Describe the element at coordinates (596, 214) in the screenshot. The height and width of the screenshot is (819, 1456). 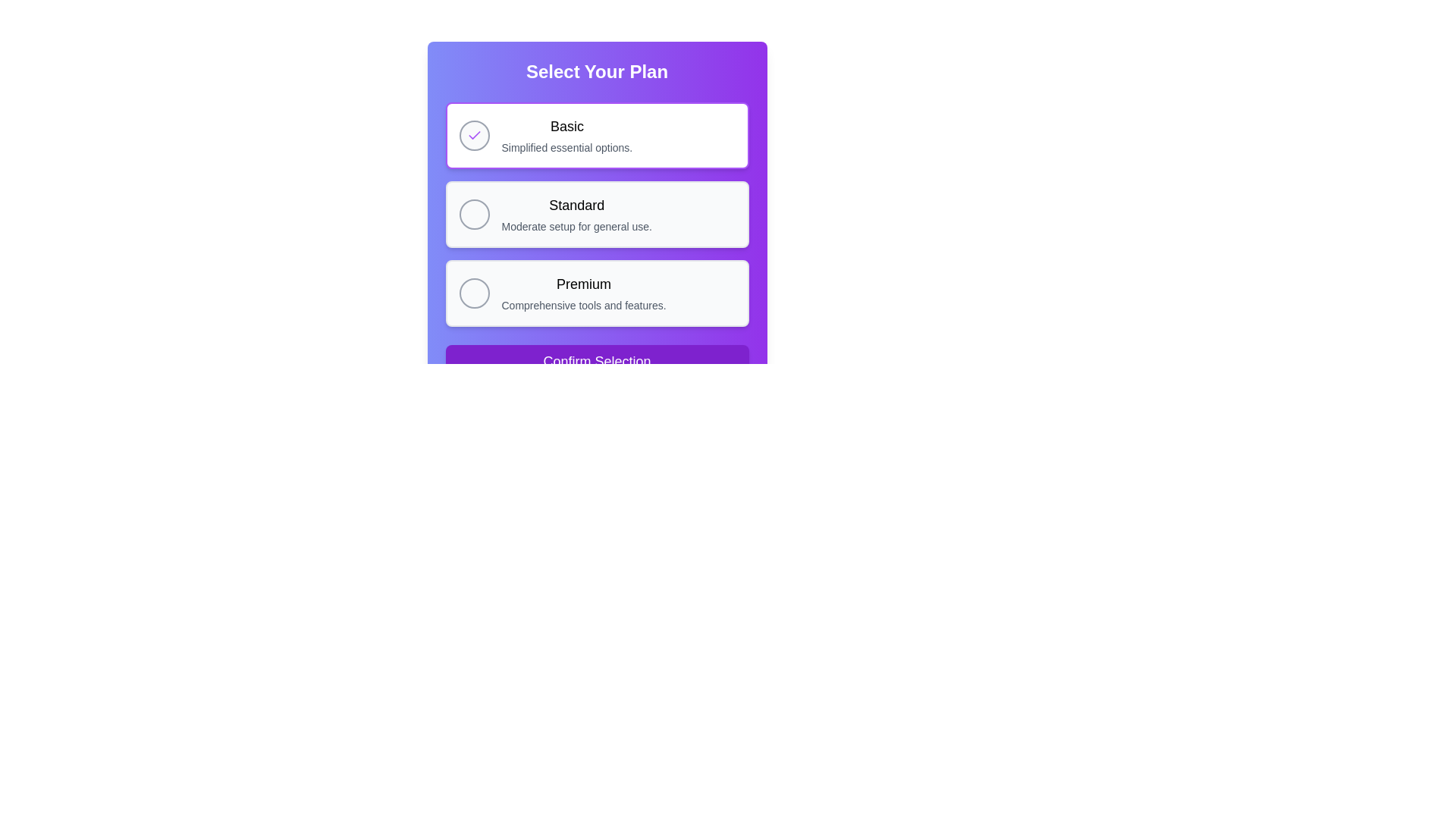
I see `to select the 'Standard' plan option, which is the second plan selection card displaying 'Standard' in bold and a description below it` at that location.